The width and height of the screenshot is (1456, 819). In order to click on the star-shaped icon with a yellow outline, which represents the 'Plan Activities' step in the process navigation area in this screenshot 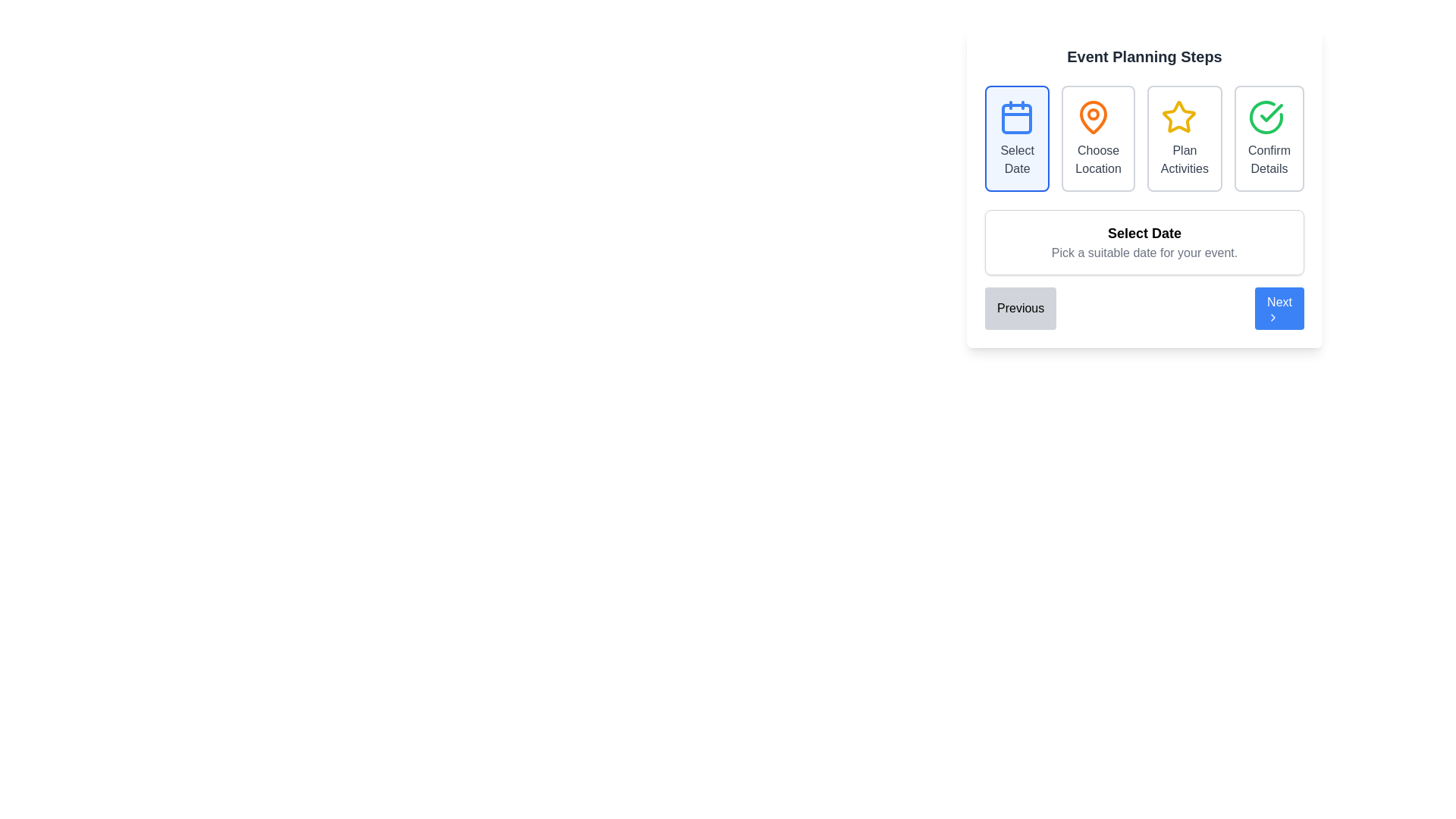, I will do `click(1178, 116)`.